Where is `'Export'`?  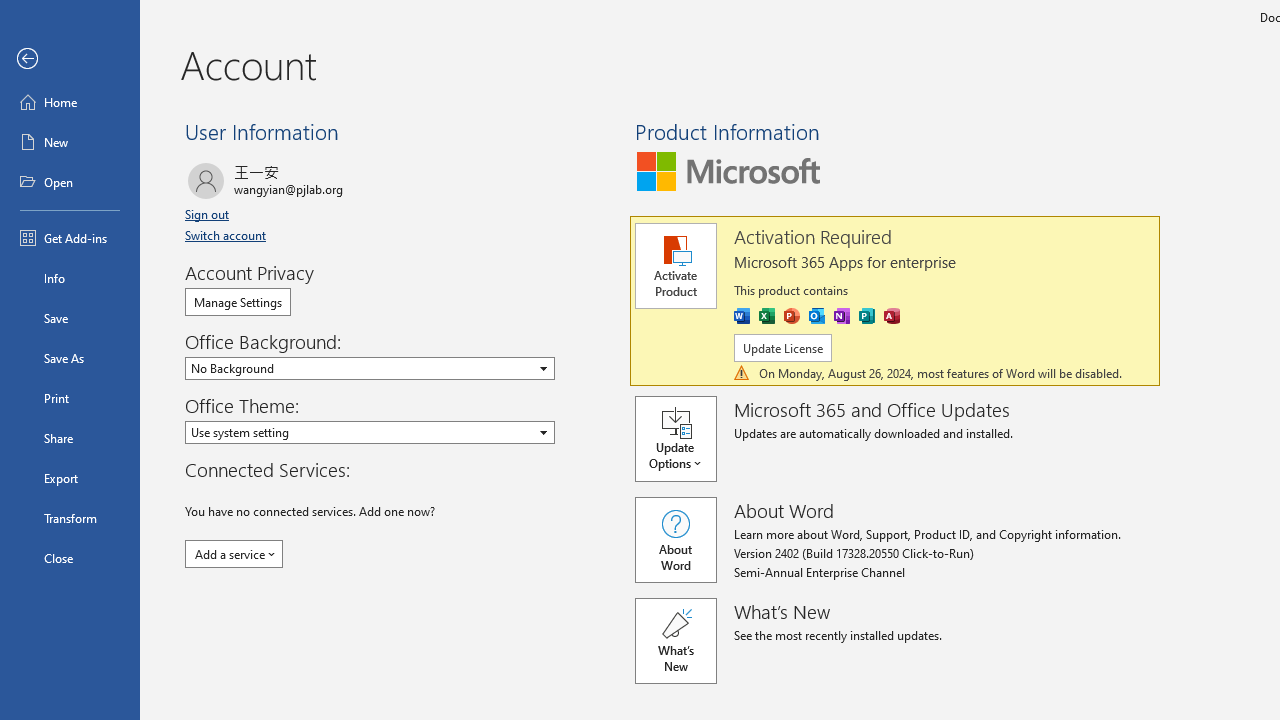
'Export' is located at coordinates (69, 478).